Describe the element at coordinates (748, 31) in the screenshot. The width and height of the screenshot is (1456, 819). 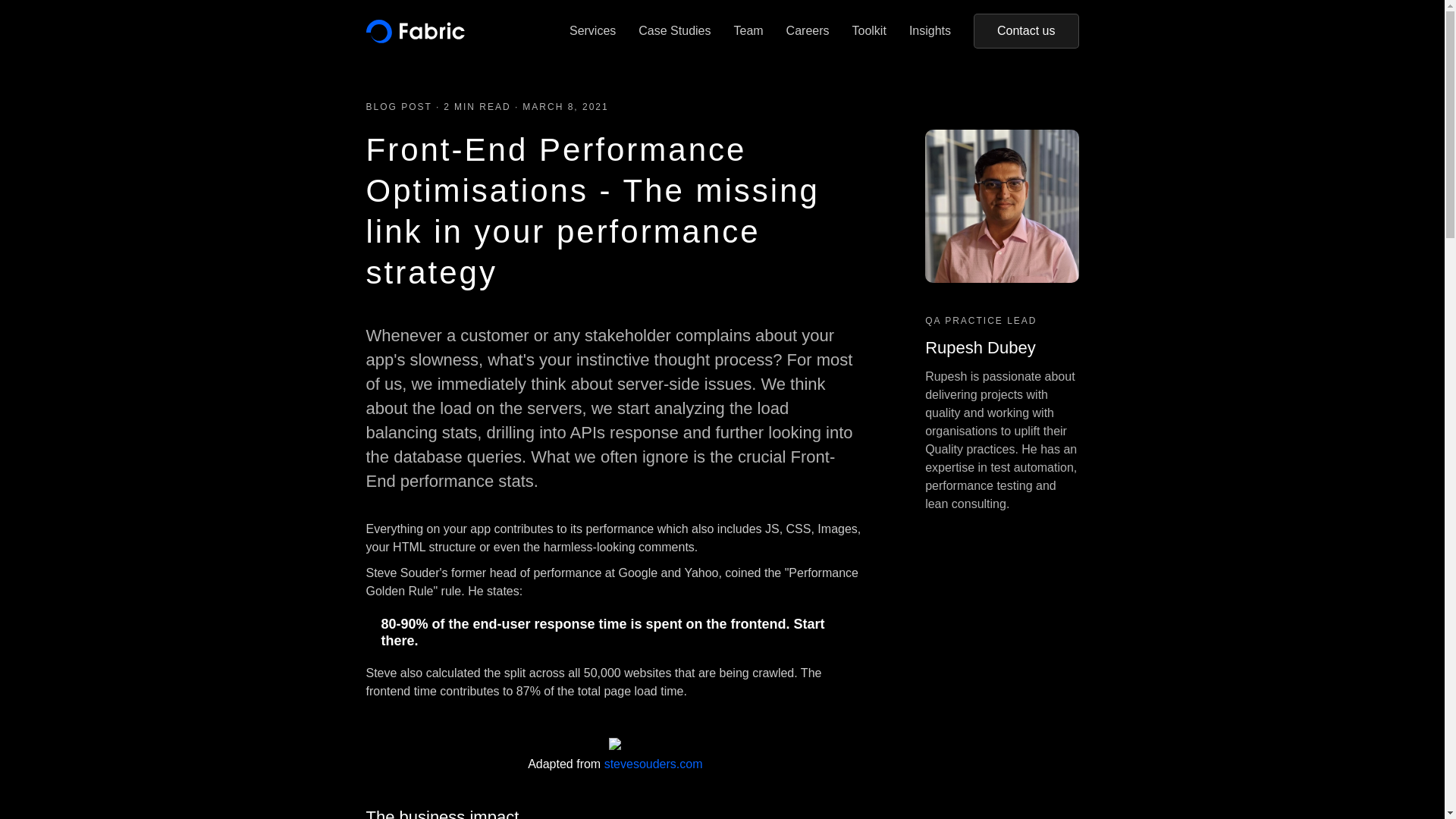
I see `'Team'` at that location.